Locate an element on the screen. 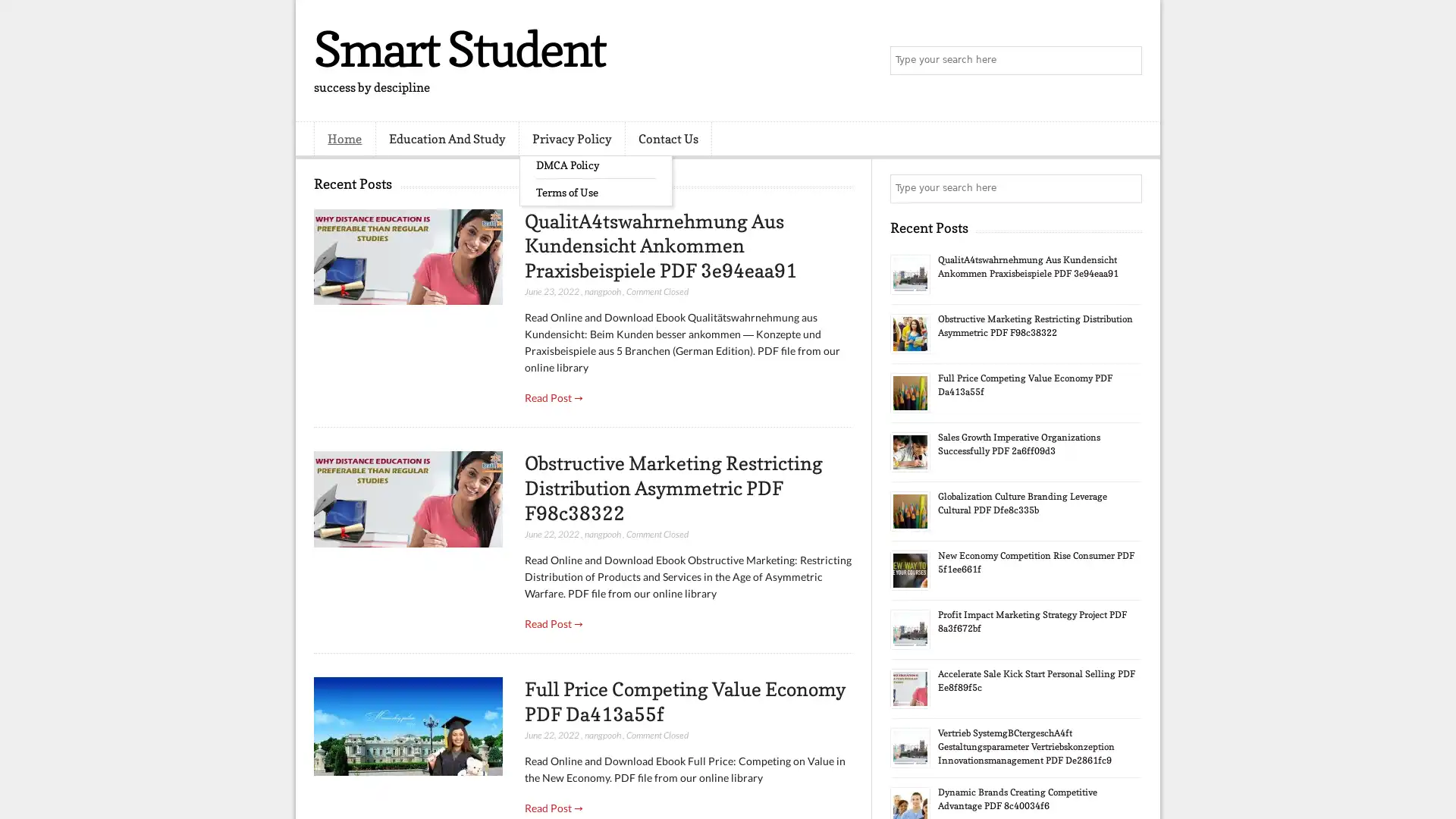 Image resolution: width=1456 pixels, height=819 pixels. Search is located at coordinates (1126, 61).